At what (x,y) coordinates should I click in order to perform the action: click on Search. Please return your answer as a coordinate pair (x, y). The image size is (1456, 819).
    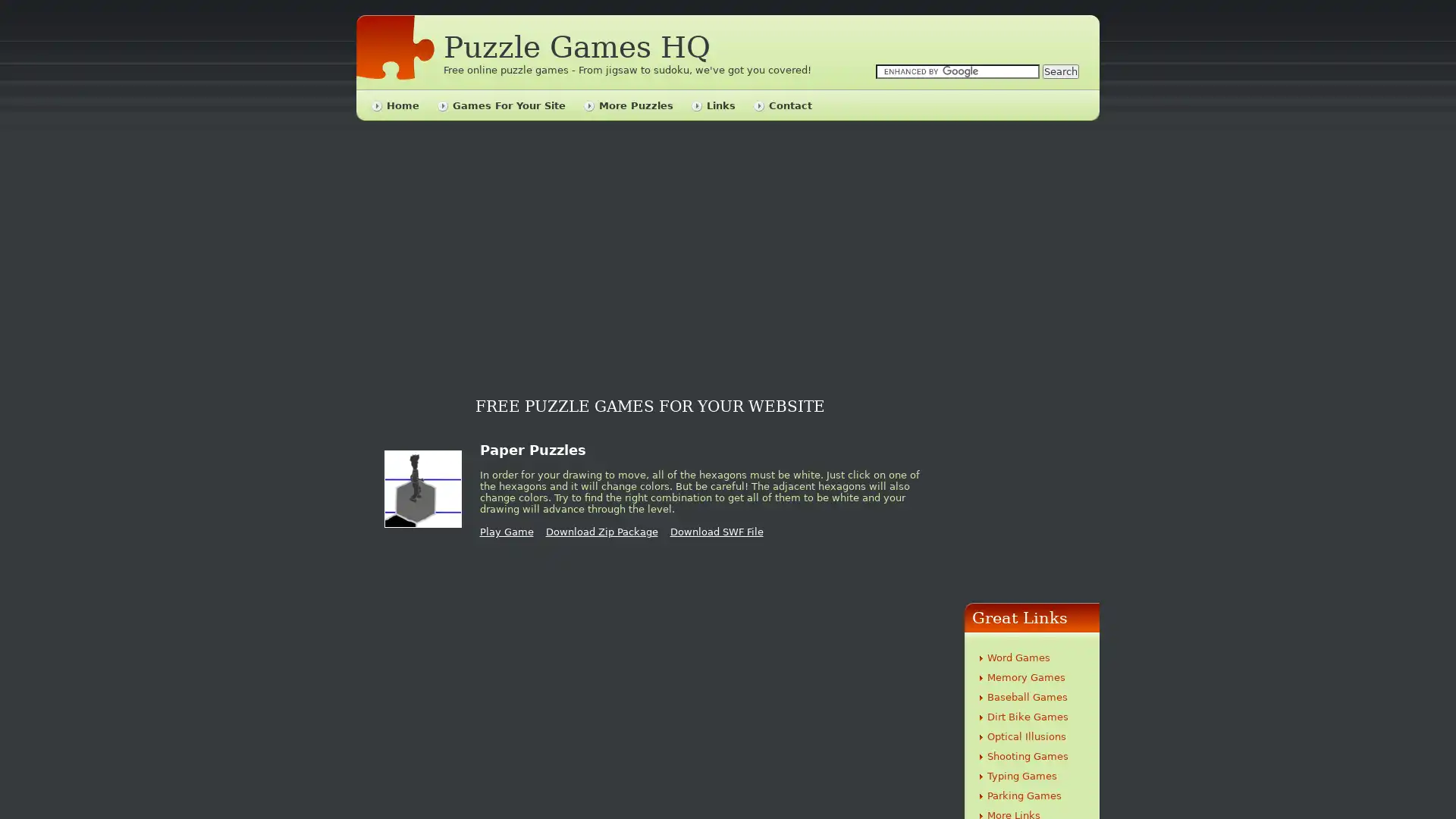
    Looking at the image, I should click on (1059, 71).